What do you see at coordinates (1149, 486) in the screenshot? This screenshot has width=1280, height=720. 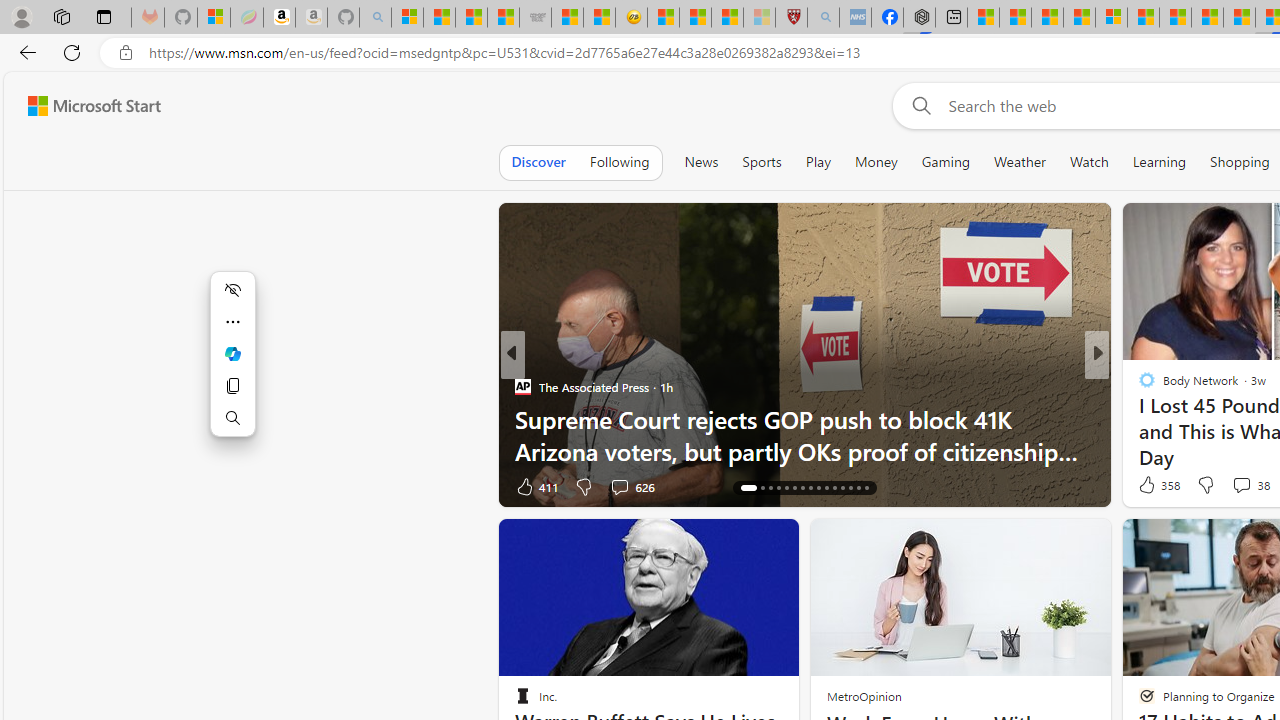 I see `'67 Like'` at bounding box center [1149, 486].